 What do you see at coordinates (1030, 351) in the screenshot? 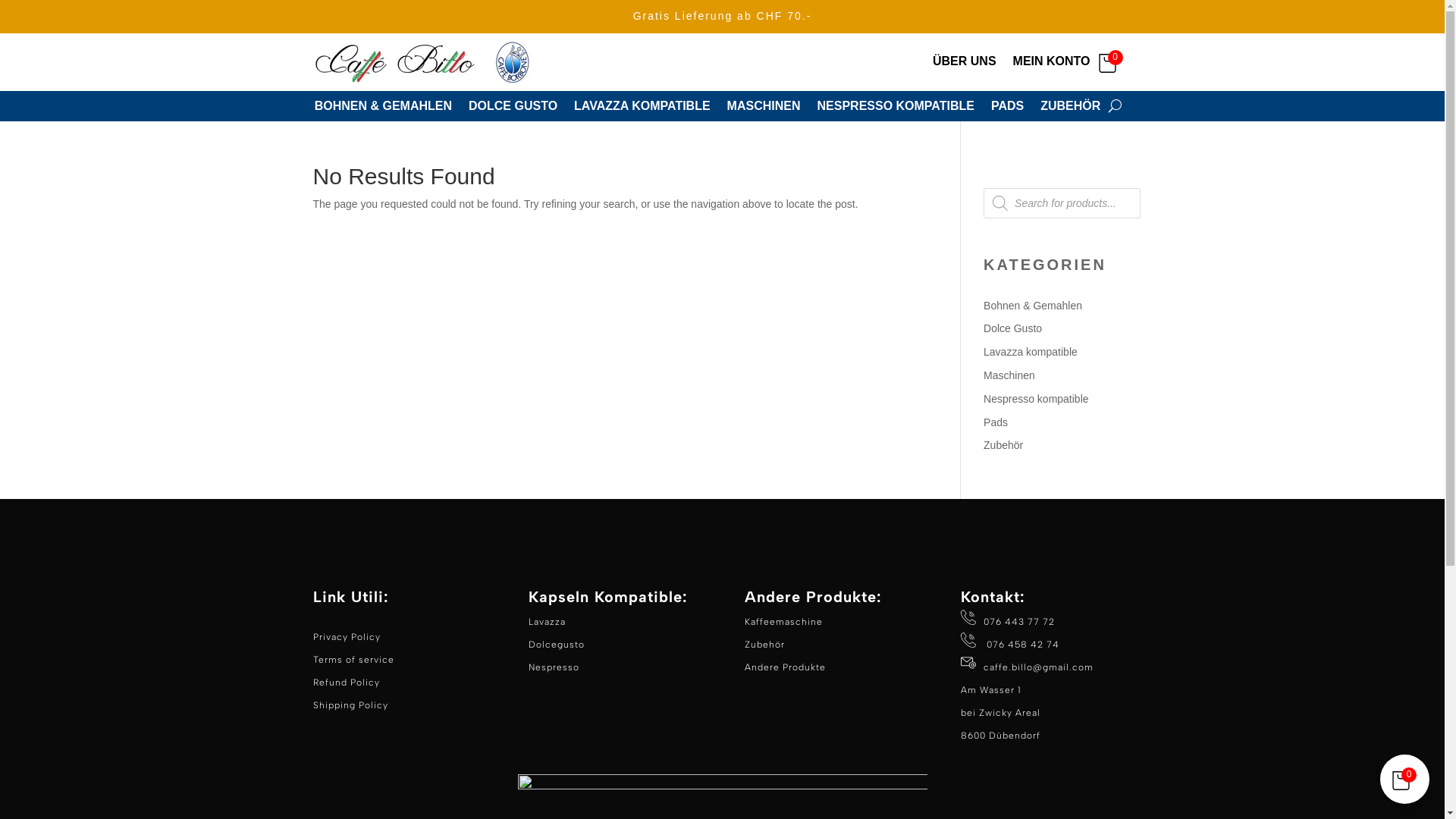
I see `'Lavazza kompatible'` at bounding box center [1030, 351].